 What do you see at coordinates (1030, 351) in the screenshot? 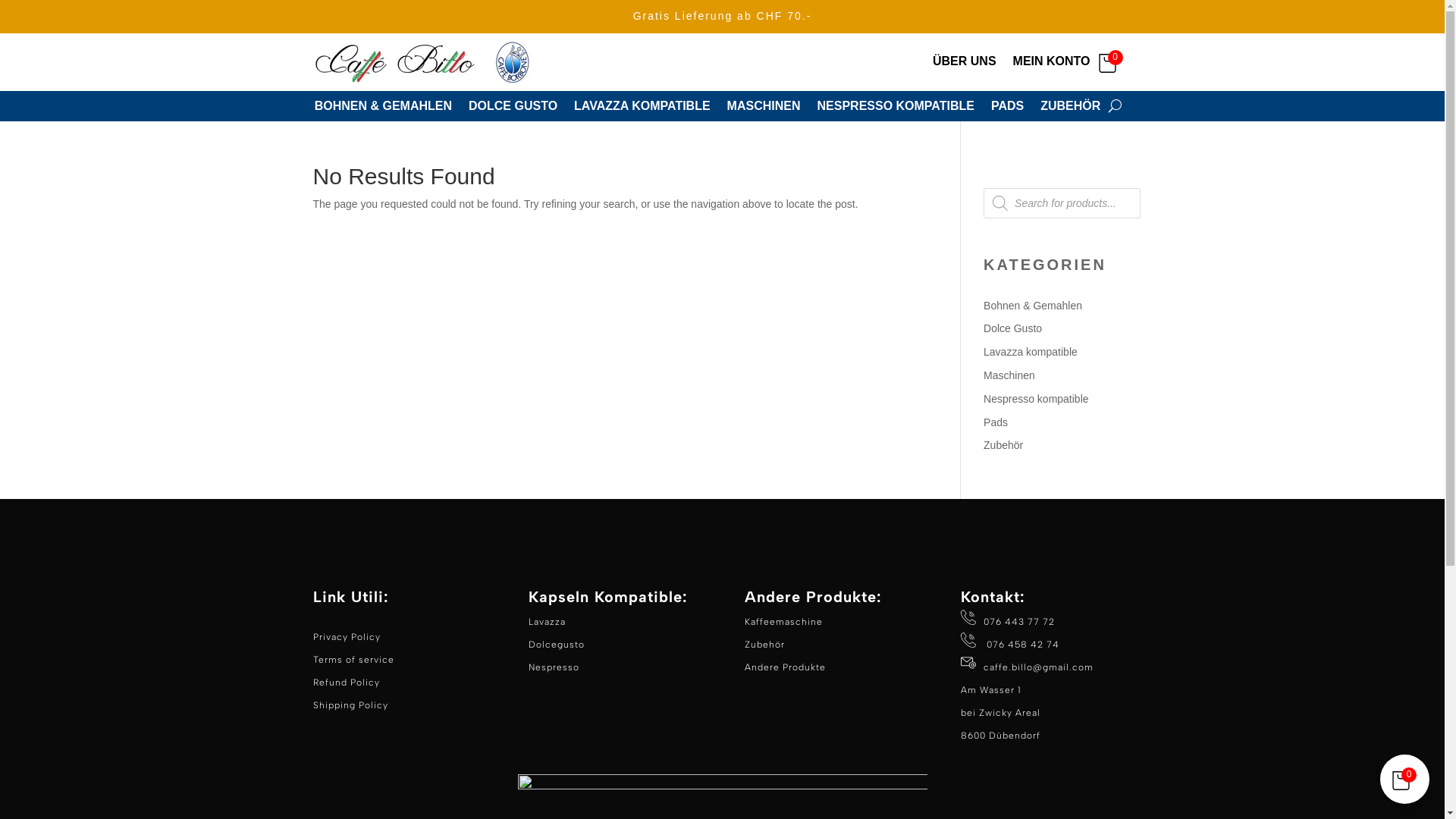
I see `'Lavazza kompatible'` at bounding box center [1030, 351].